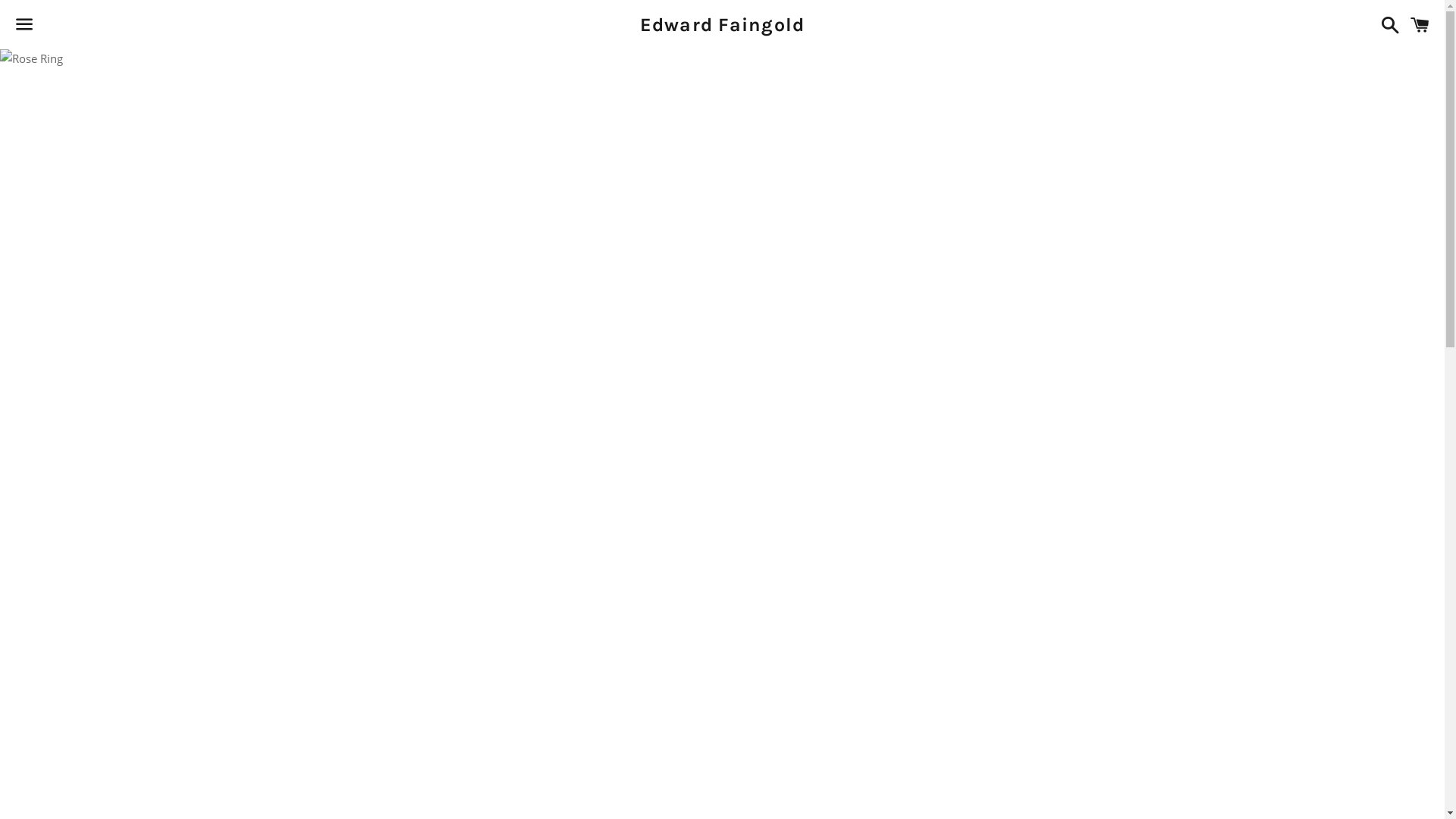  Describe the element at coordinates (24, 25) in the screenshot. I see `'Menu'` at that location.